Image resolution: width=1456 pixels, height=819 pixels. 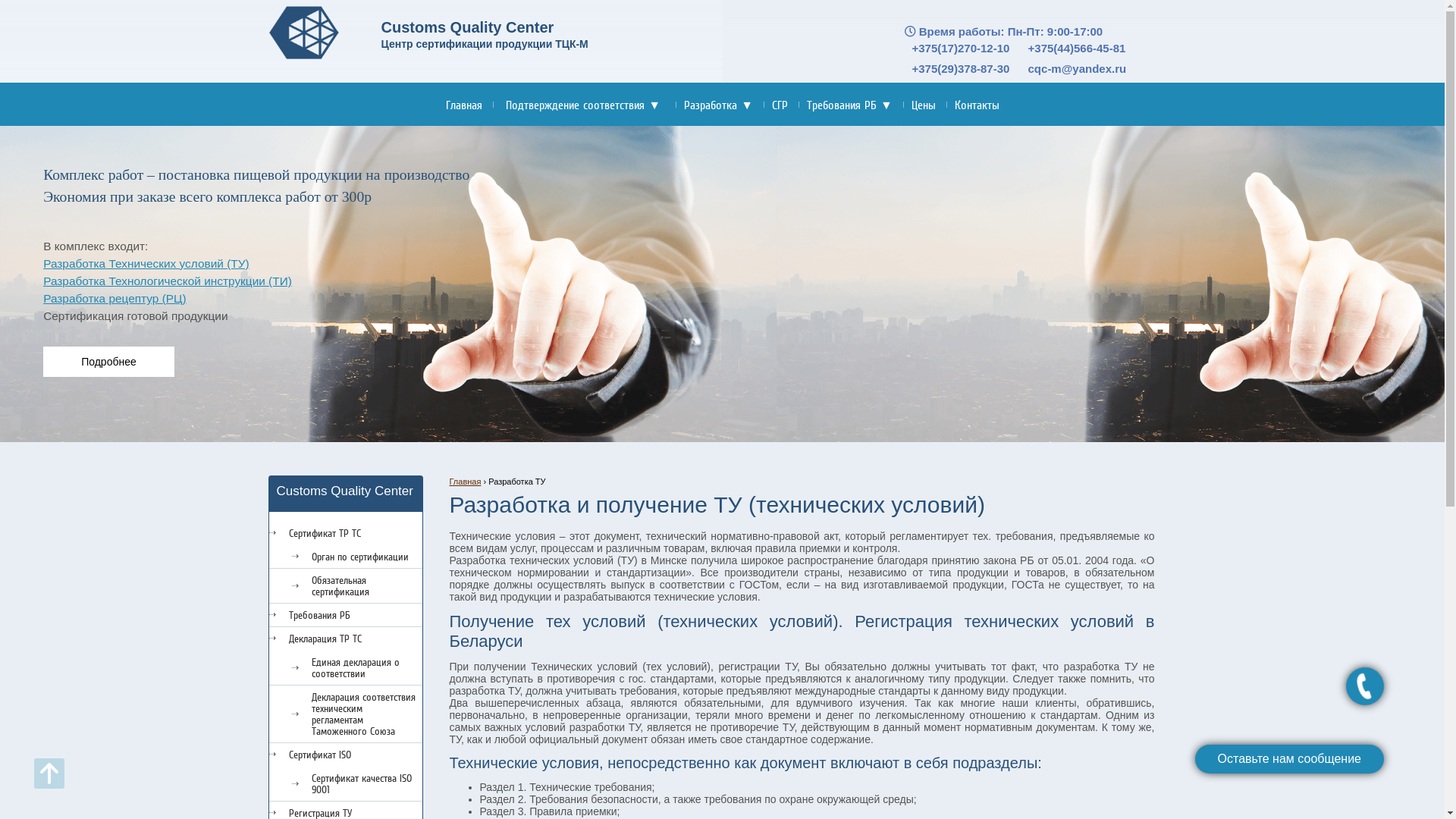 I want to click on 'cqc-m@yandex.ru', so click(x=1076, y=68).